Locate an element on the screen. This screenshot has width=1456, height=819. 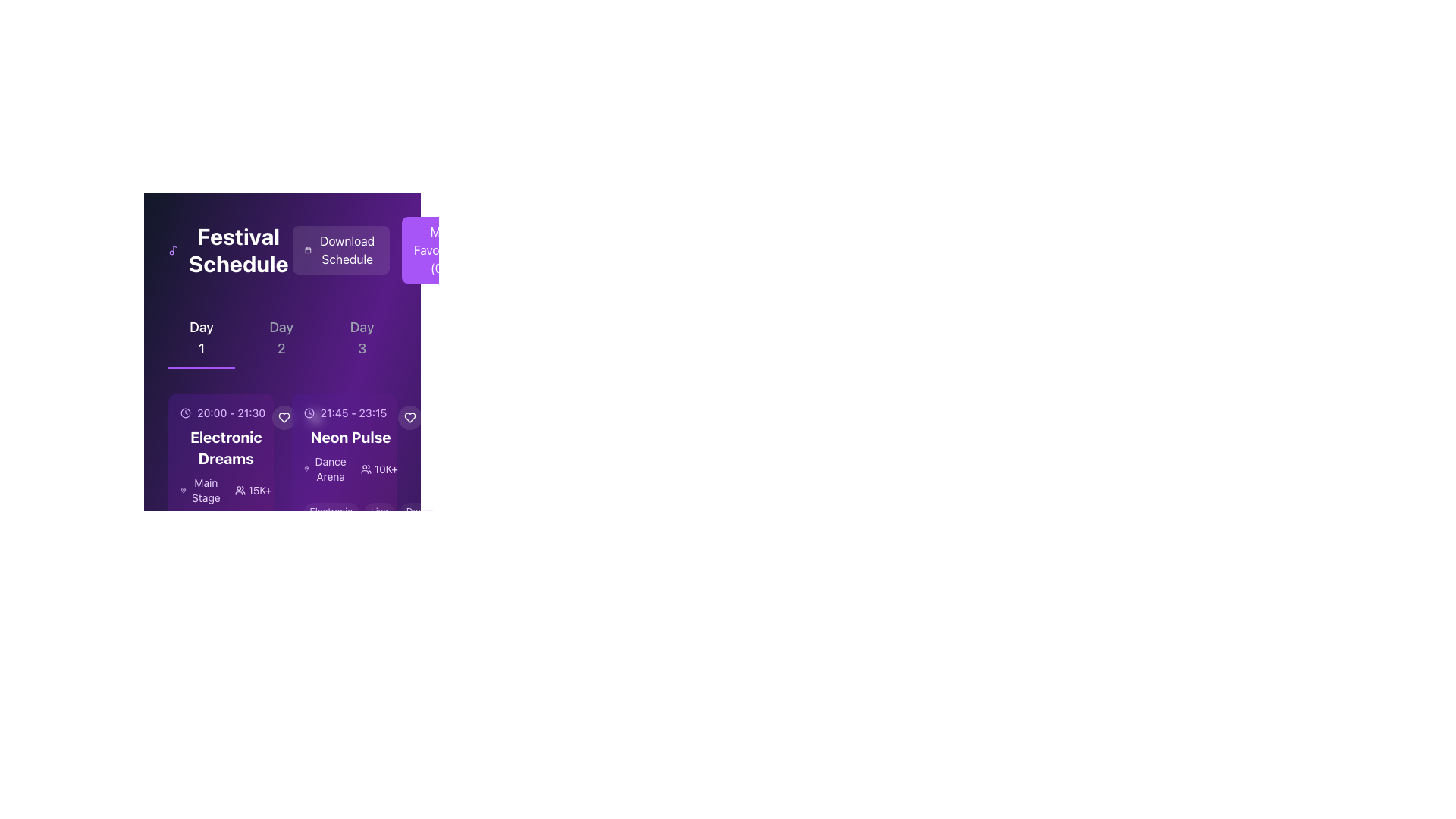
the clock icon that represents the time range for the event, located to the left of the time range '21:45 - 23:15' and below the event name 'Neon Pulse' is located at coordinates (308, 413).